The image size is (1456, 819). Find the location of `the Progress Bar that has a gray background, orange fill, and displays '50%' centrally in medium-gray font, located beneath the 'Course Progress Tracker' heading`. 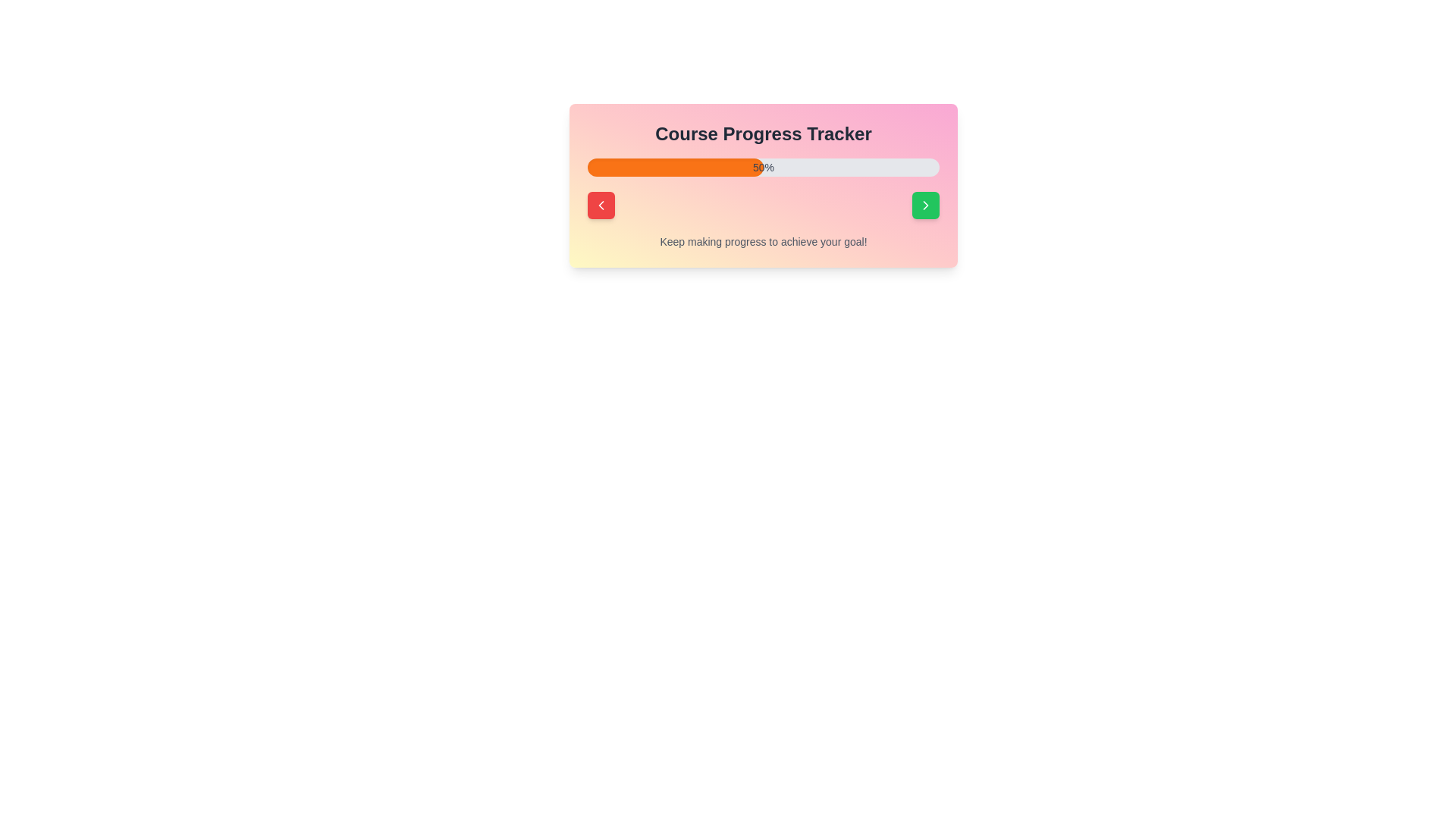

the Progress Bar that has a gray background, orange fill, and displays '50%' centrally in medium-gray font, located beneath the 'Course Progress Tracker' heading is located at coordinates (764, 167).